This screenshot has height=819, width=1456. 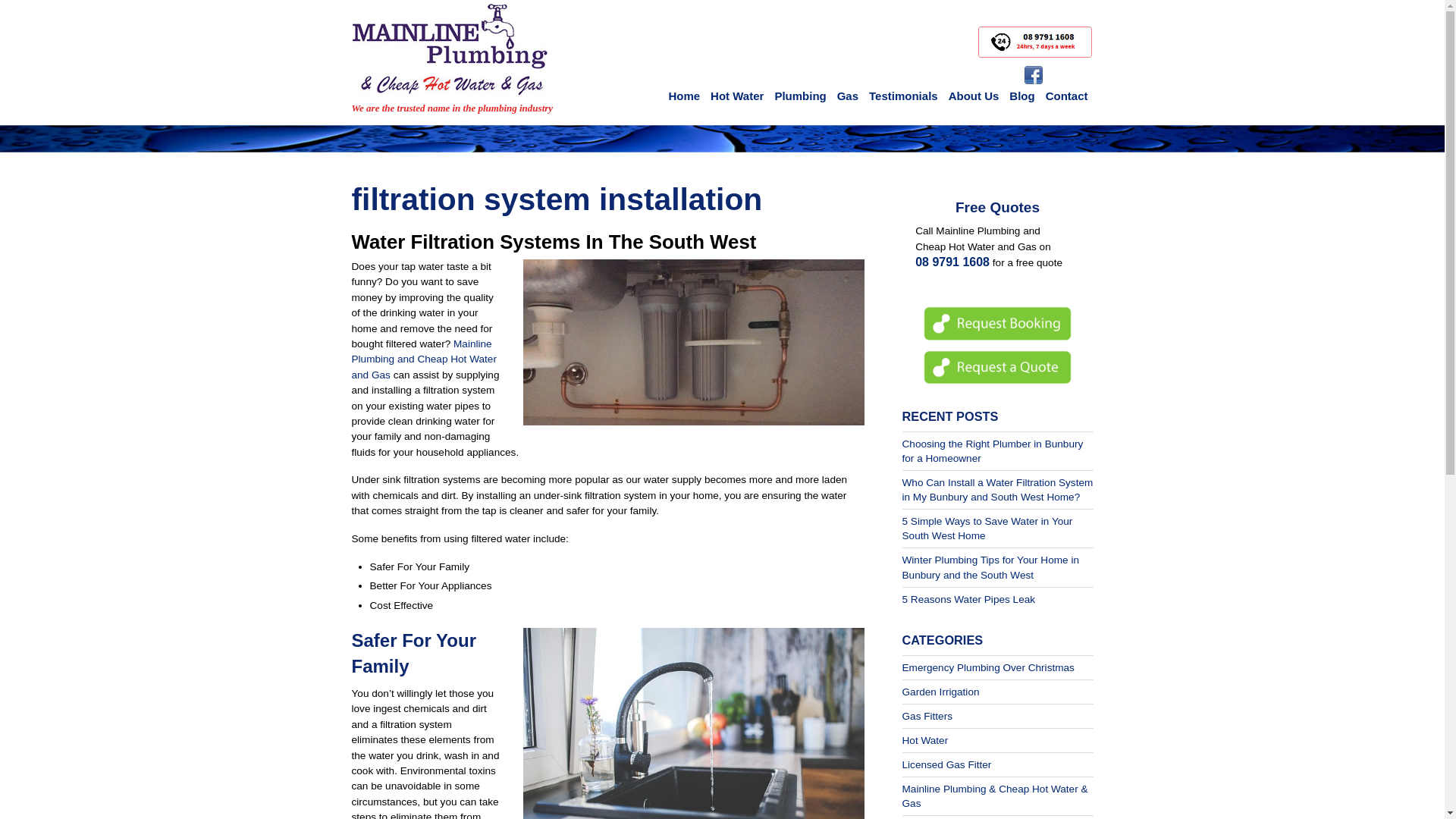 I want to click on 'Choosing the Right Plumber in Bunbury for a Homeowner', so click(x=902, y=450).